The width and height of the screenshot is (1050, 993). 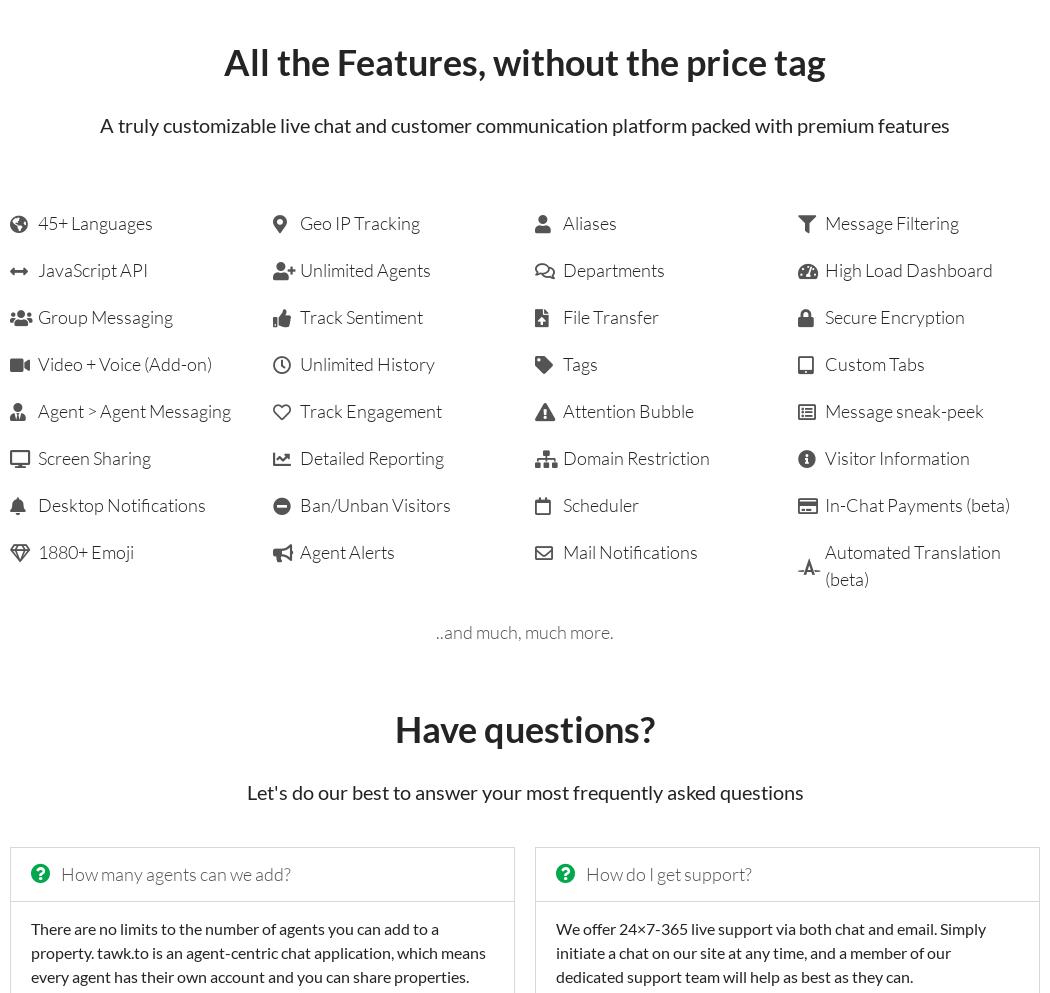 What do you see at coordinates (525, 728) in the screenshot?
I see `'Have questions?'` at bounding box center [525, 728].